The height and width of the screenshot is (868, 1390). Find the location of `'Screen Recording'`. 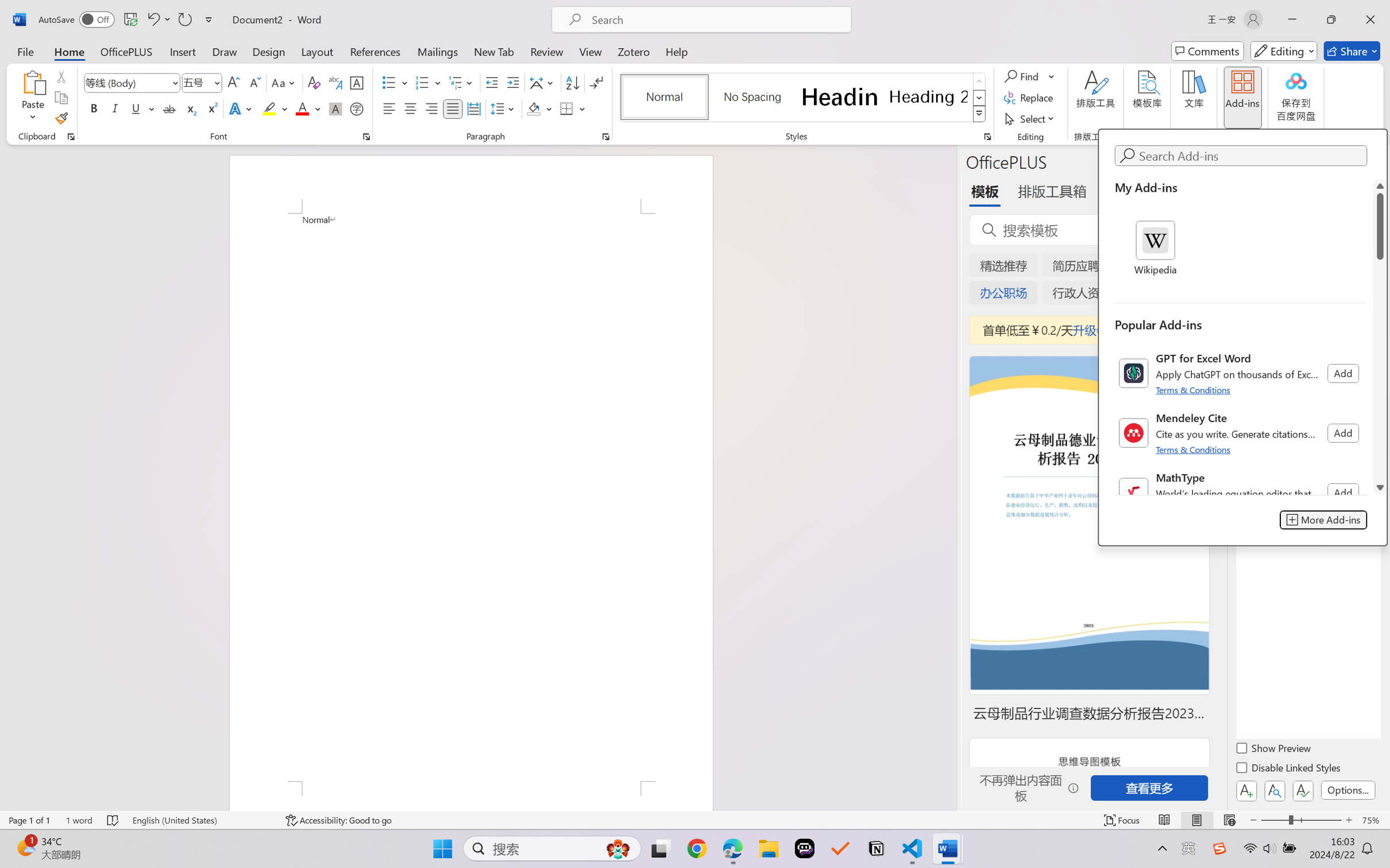

'Screen Recording' is located at coordinates (157, 62).